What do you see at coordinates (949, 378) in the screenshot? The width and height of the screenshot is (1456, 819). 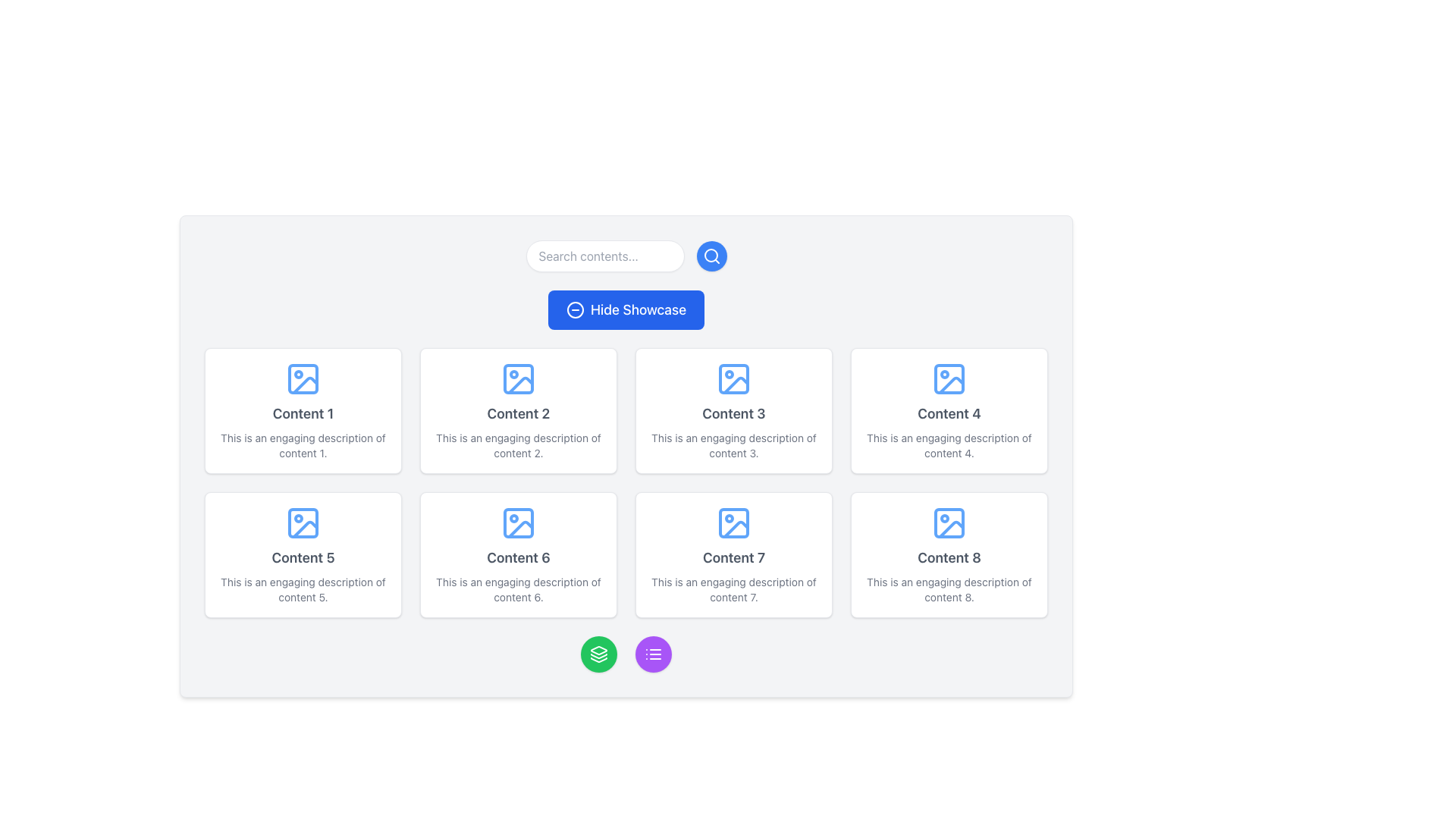 I see `the decorative icon associated with the 'Content 4' card, which is located at the top of the card and is centered horizontally` at bounding box center [949, 378].